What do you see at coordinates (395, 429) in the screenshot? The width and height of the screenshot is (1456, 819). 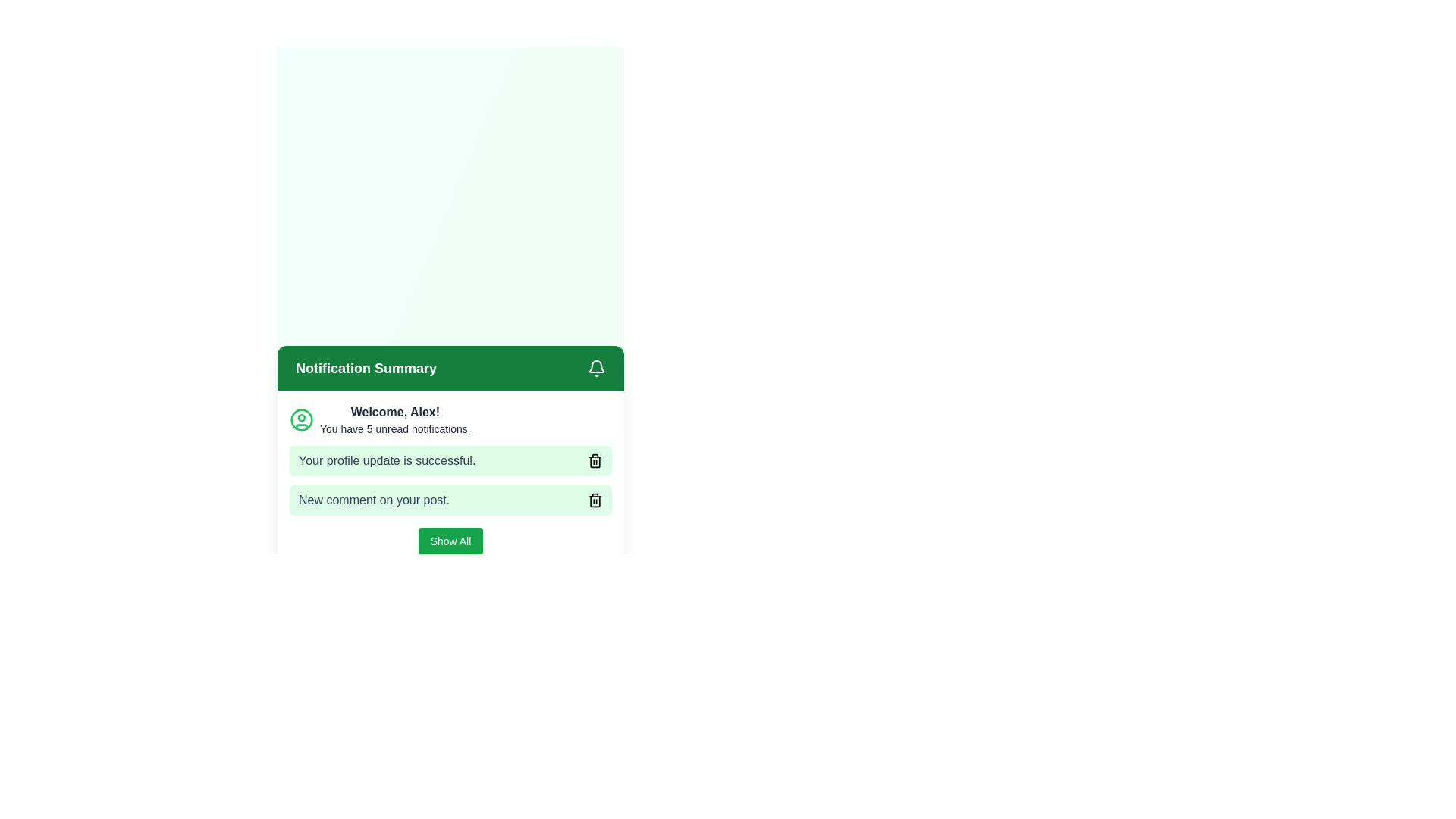 I see `the text label displaying 'You have 5 unread notifications.' located beneath the greeting text 'Welcome, Alex!' in the notification summary panel` at bounding box center [395, 429].